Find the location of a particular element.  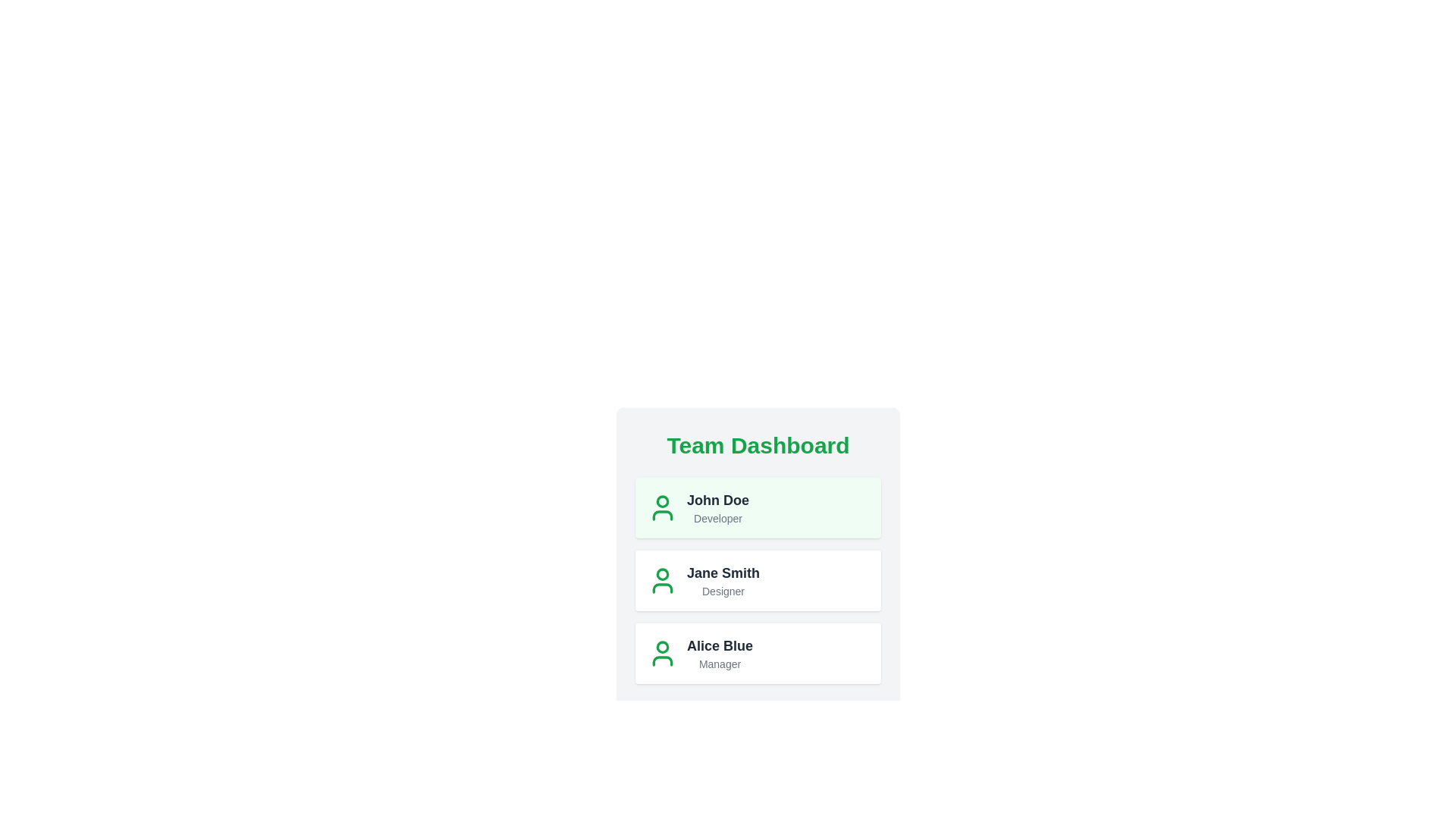

the neighboring elements in the list by clicking on the text label 'Jane Smith - Designer', which is the second user in the 'Team Dashboard' section is located at coordinates (723, 580).